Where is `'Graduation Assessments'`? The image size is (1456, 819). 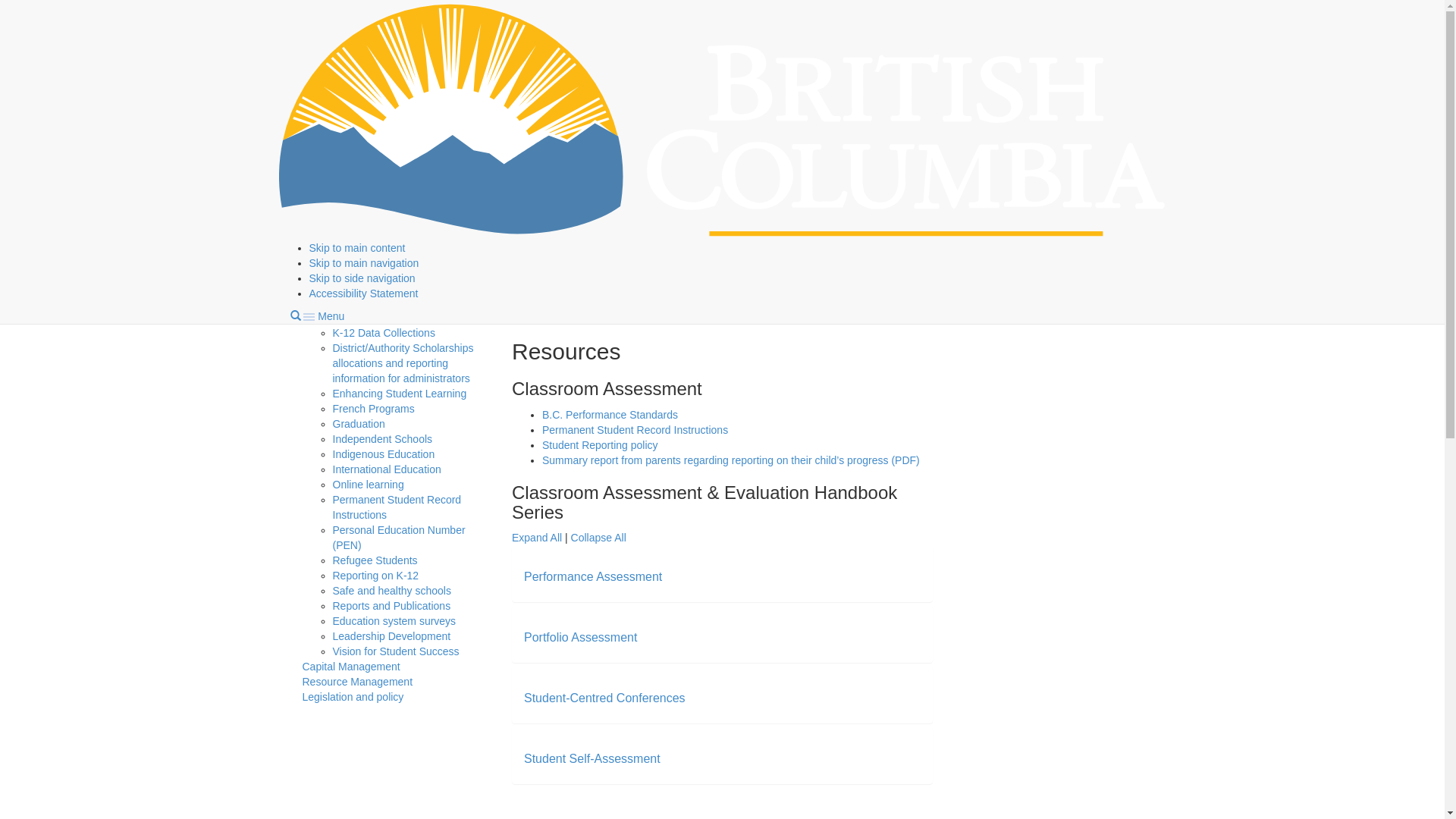
'Graduation Assessments' is located at coordinates (394, 248).